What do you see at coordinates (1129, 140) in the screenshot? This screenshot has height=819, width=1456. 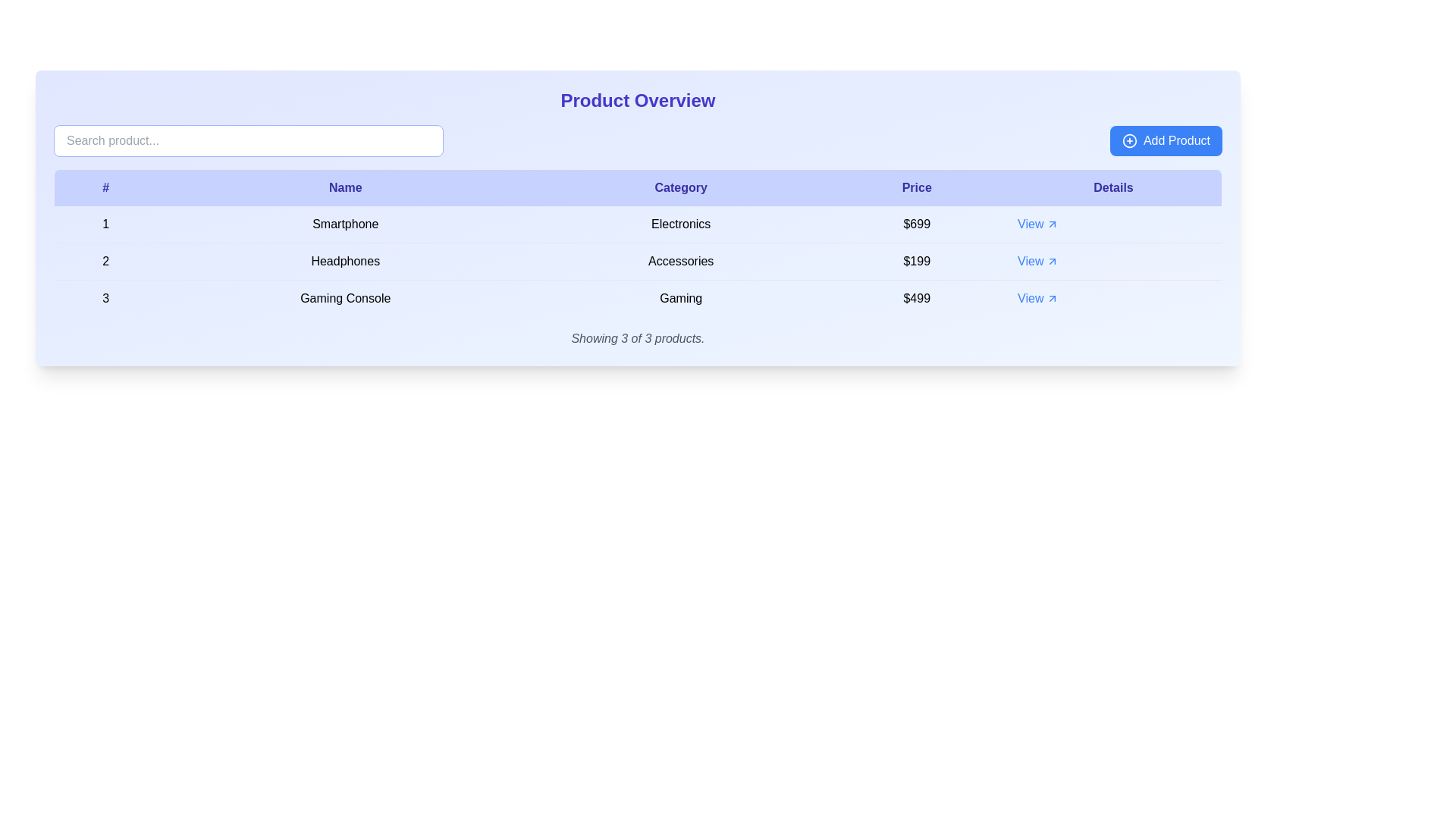 I see `the icon on the left side of the 'Add Product' button located in the top-right corner` at bounding box center [1129, 140].